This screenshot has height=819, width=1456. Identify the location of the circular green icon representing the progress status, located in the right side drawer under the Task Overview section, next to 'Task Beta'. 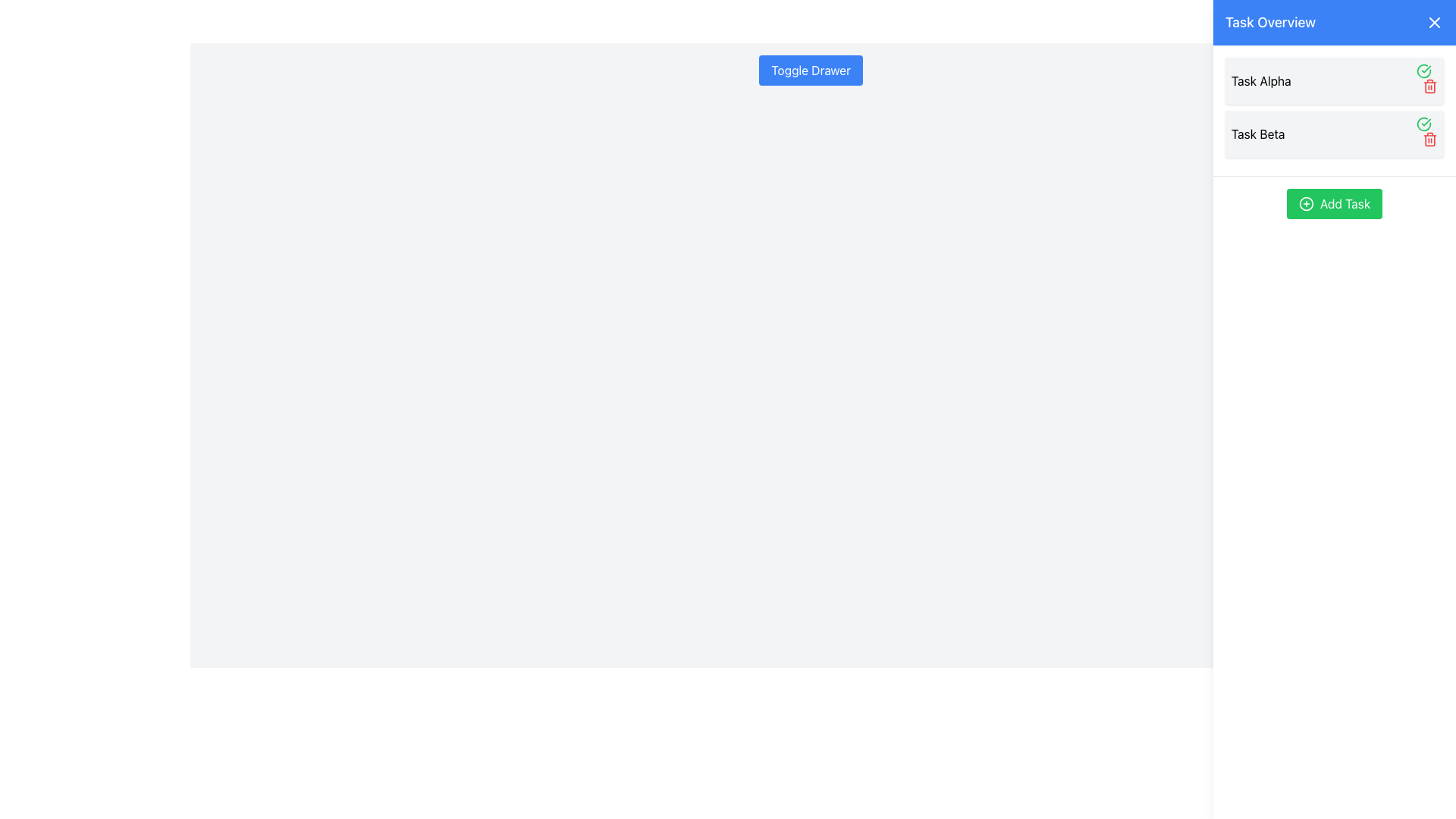
(1423, 71).